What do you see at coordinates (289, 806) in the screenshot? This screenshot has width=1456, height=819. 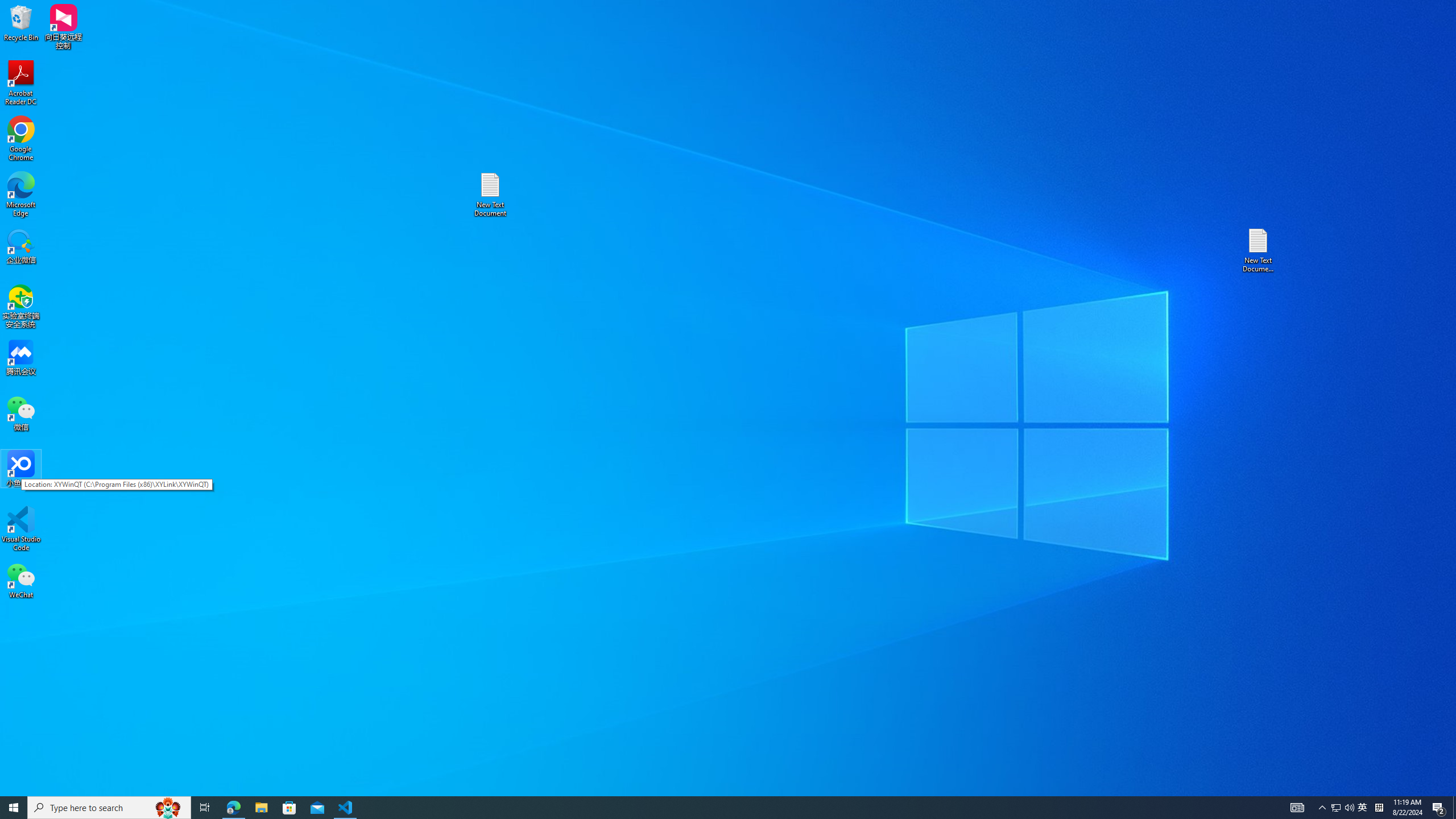 I see `'Microsoft Store'` at bounding box center [289, 806].